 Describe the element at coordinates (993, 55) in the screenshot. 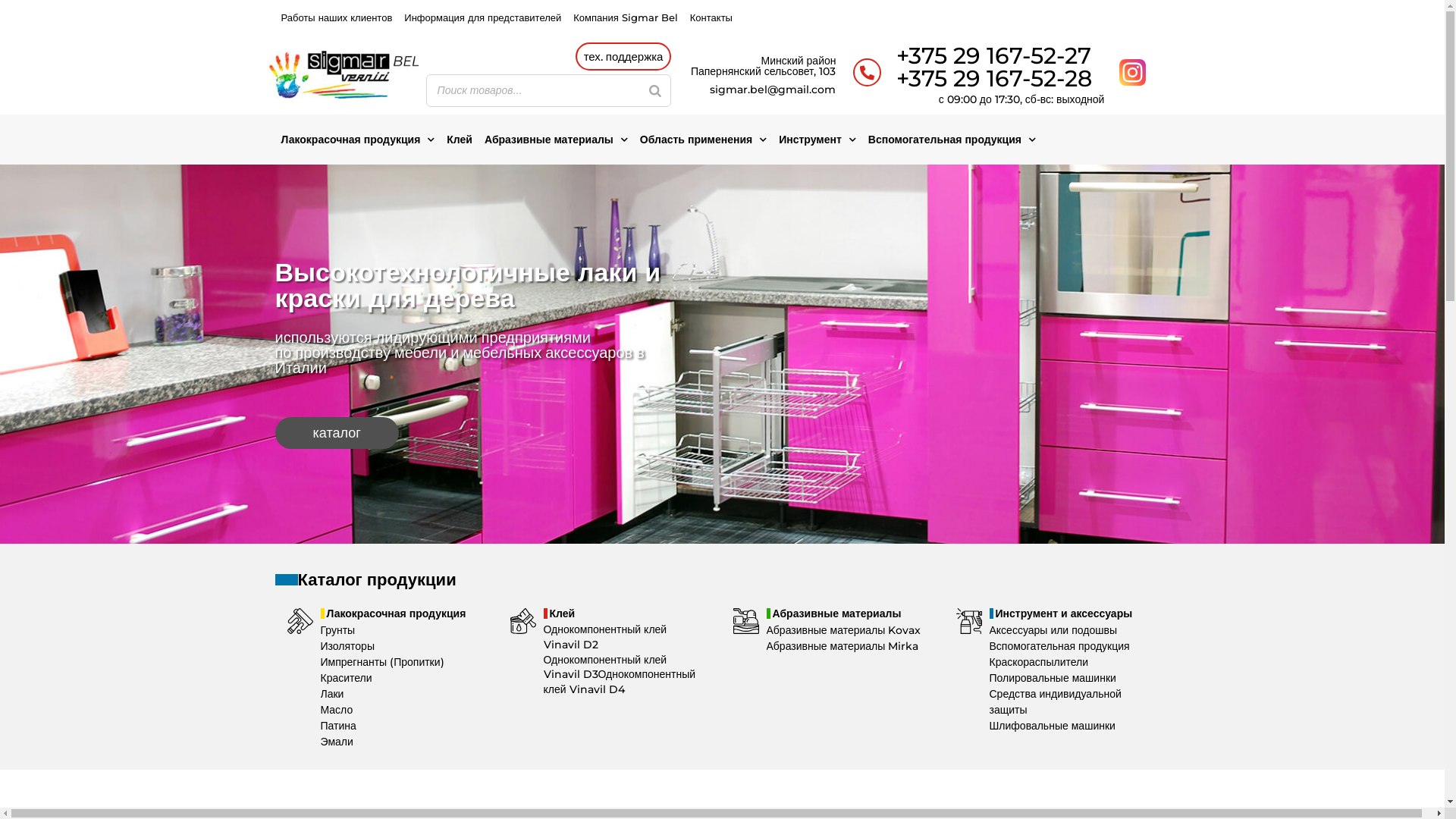

I see `'+375 29 167-52-27'` at that location.